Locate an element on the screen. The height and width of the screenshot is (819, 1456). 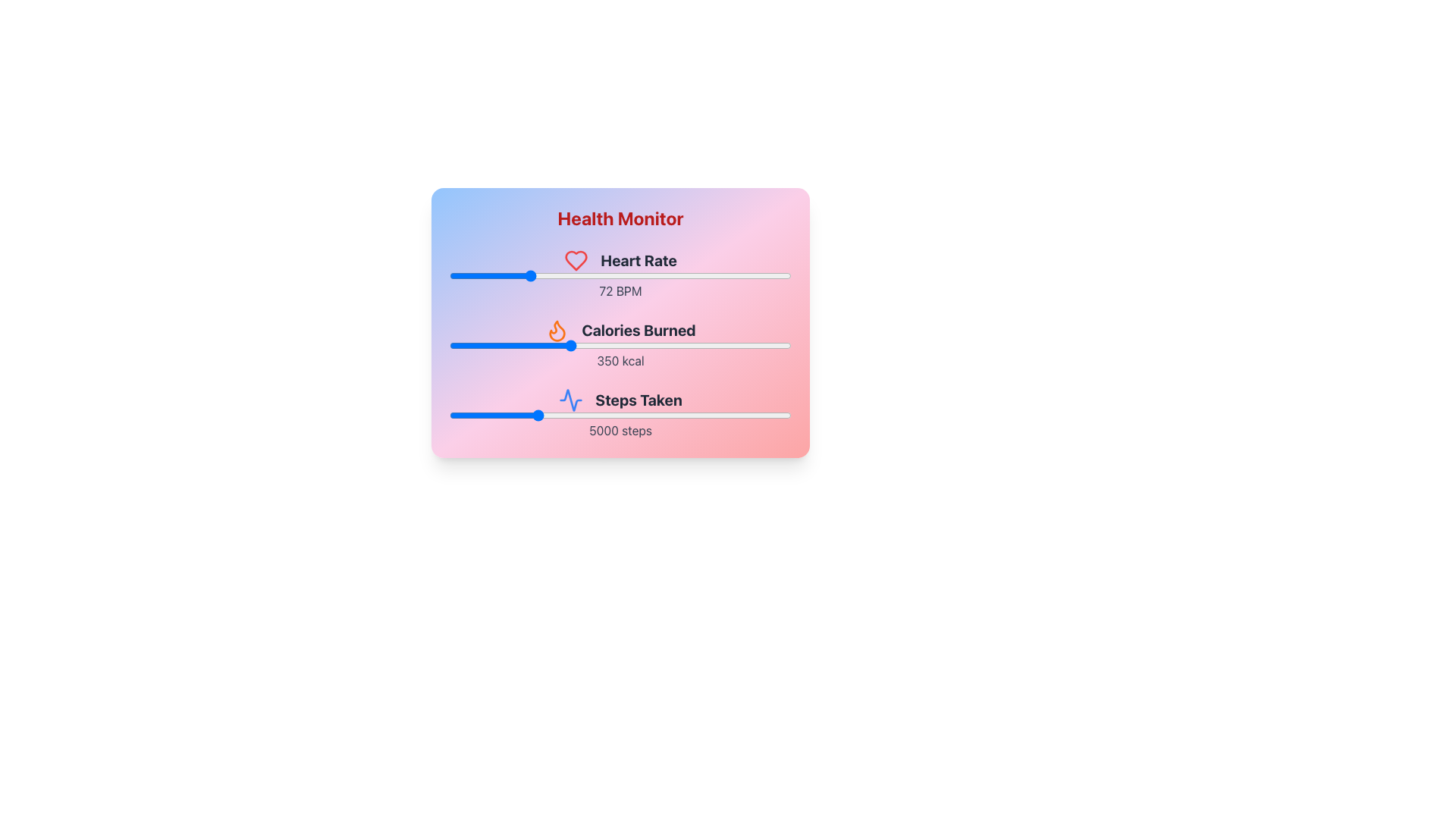
the 'Steps Taken' header with the wave-shaped icon, which is positioned above the step count of '5000 steps' in the health monitor card is located at coordinates (620, 400).